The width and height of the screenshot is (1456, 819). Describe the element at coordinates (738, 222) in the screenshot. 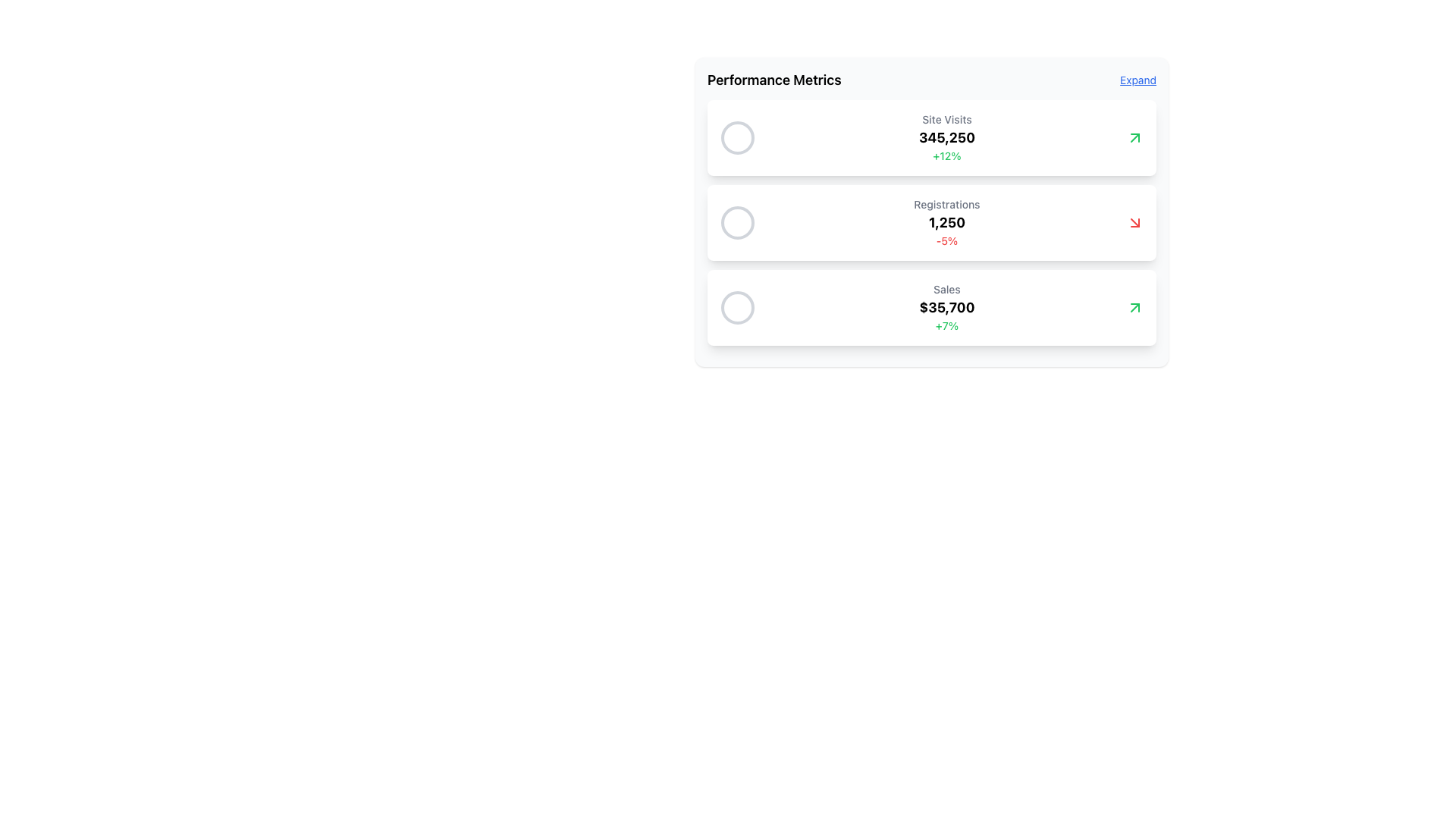

I see `the small circular SVG element in muted gray color within the 'Registrations' metrics row` at that location.